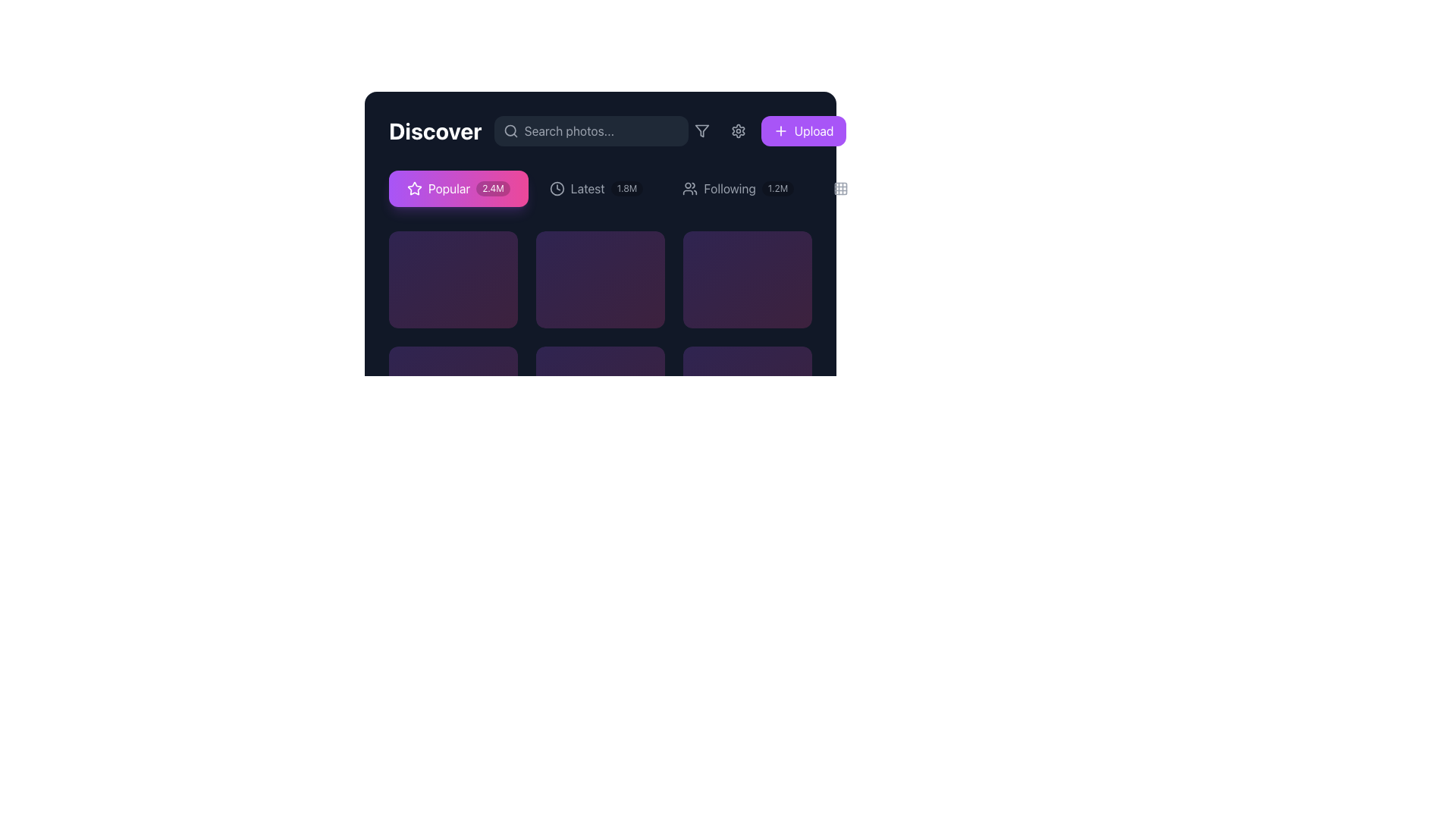  What do you see at coordinates (840, 188) in the screenshot?
I see `the grid view icon located in the leftmost section of the collection navigation, immediately before the text label 'Collections'` at bounding box center [840, 188].